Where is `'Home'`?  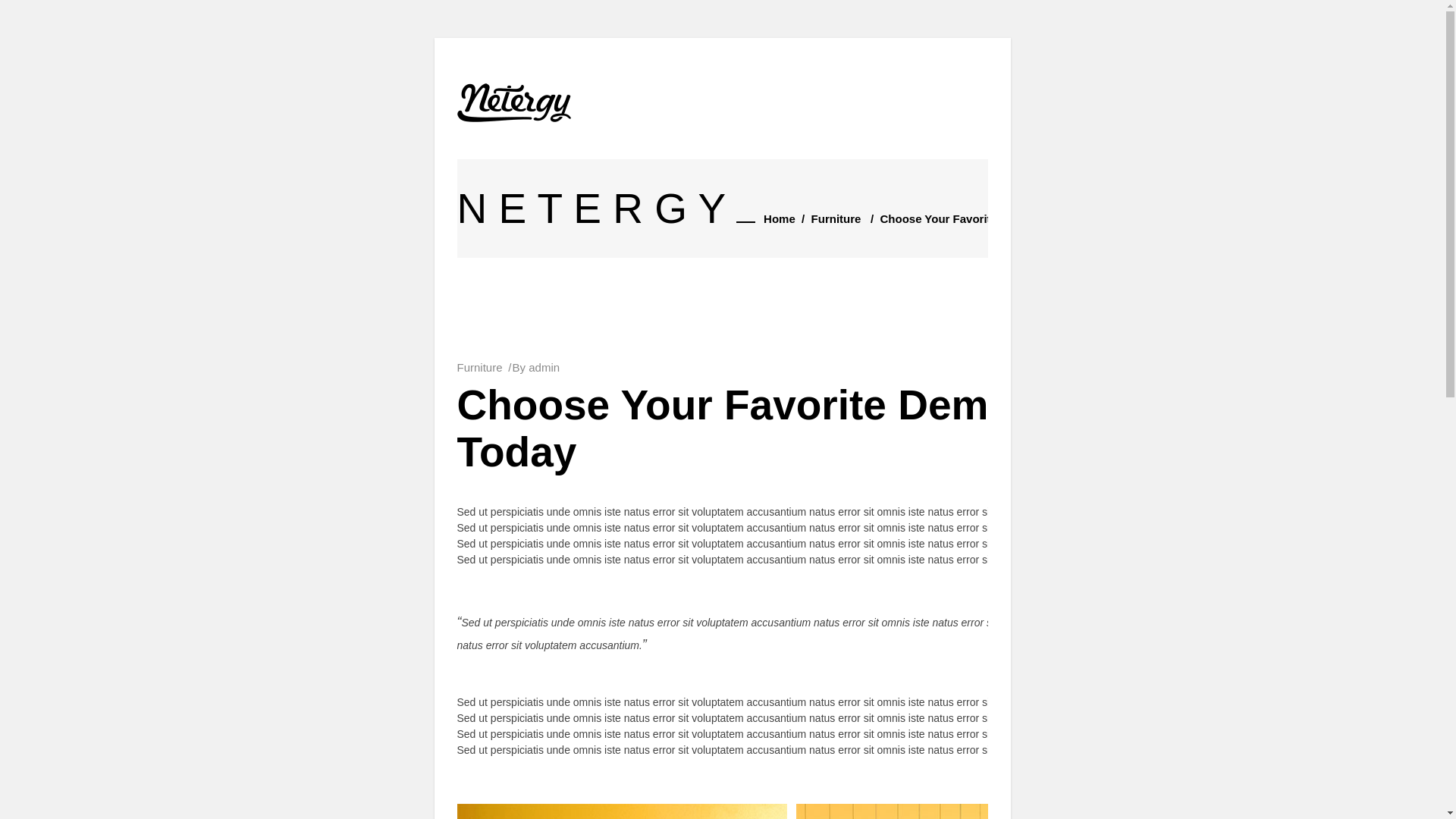 'Home' is located at coordinates (764, 219).